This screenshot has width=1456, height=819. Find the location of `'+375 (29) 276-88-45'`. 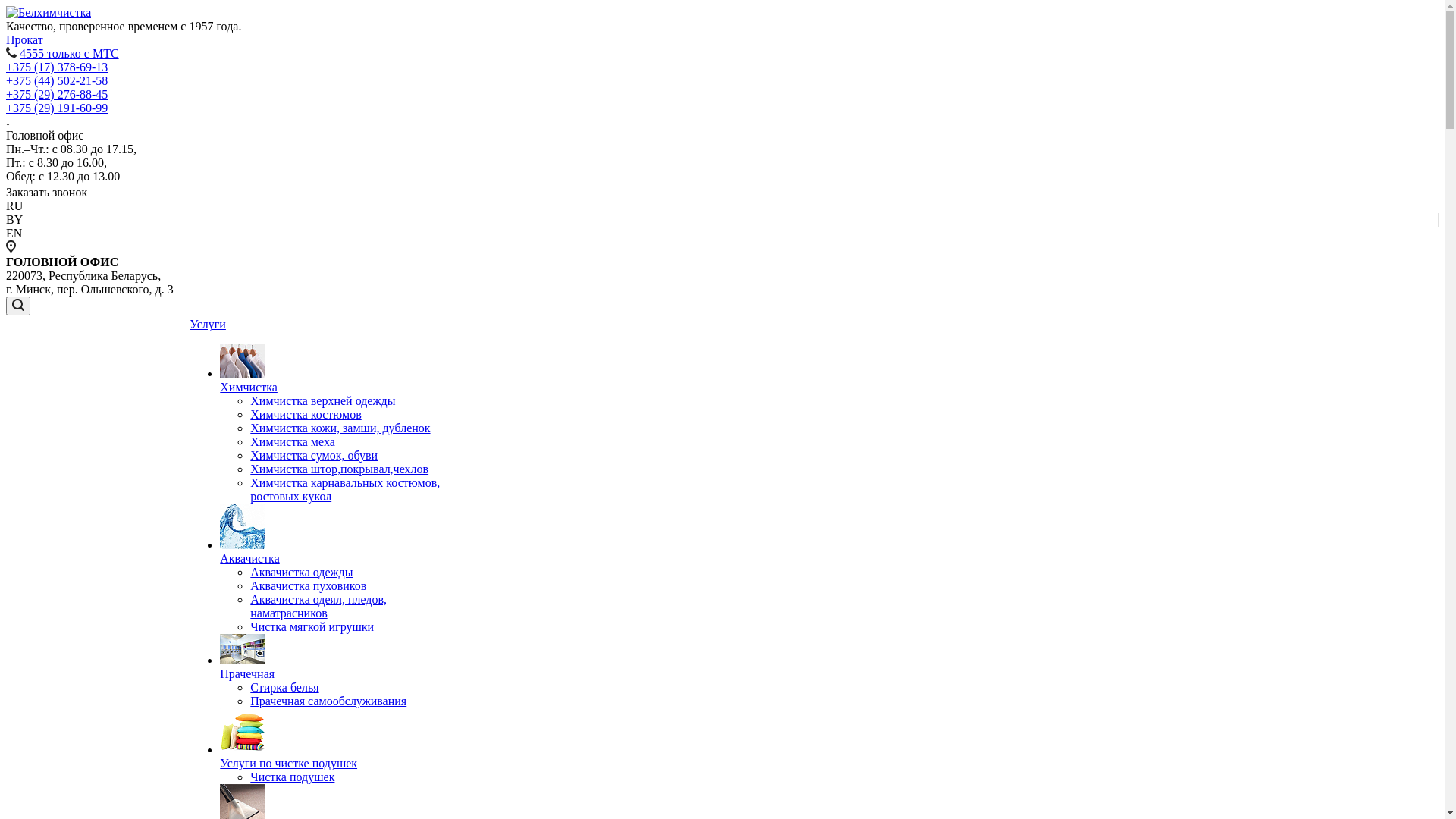

'+375 (29) 276-88-45' is located at coordinates (57, 94).